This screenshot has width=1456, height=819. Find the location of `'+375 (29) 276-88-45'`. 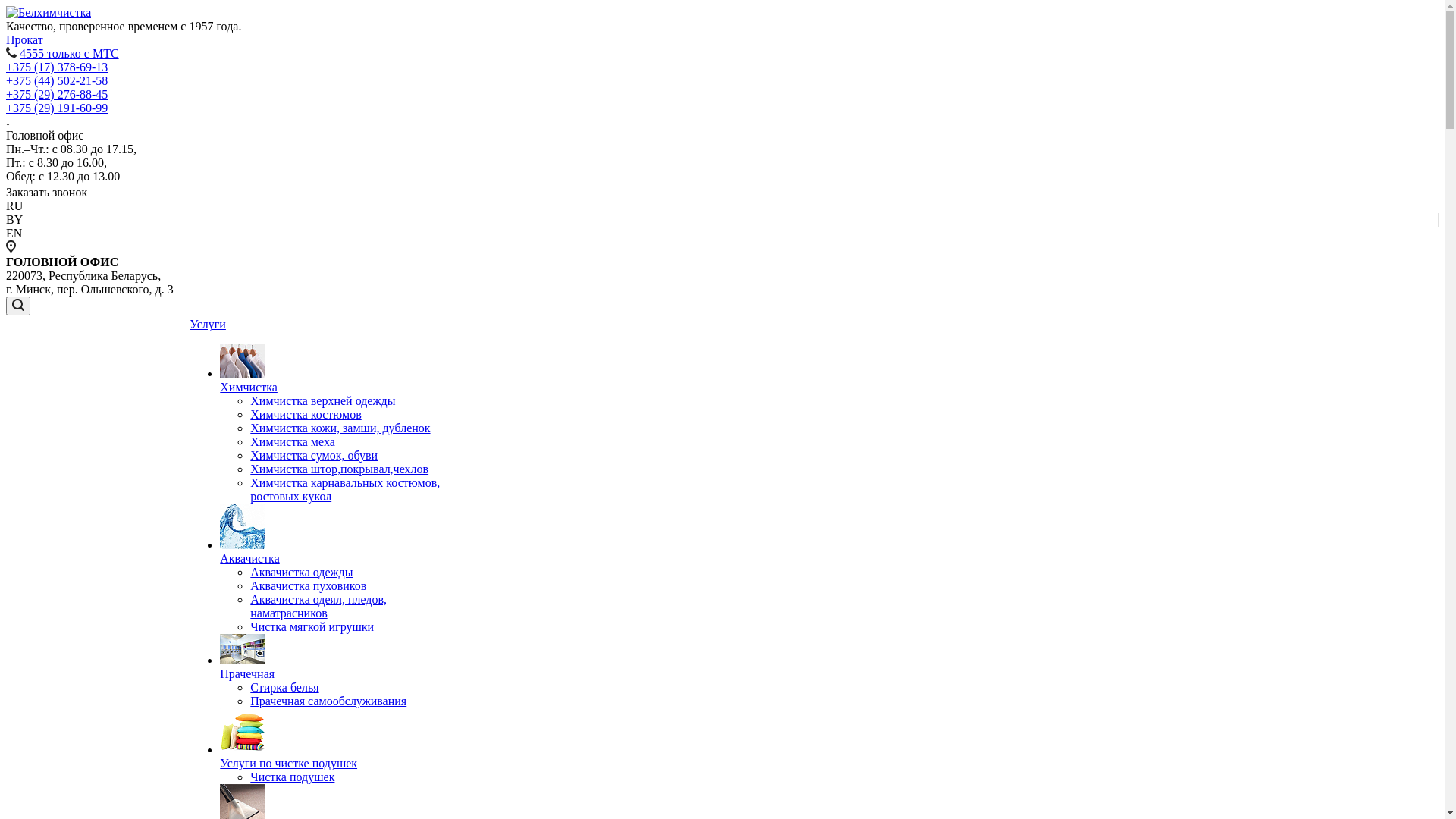

'+375 (29) 276-88-45' is located at coordinates (57, 94).